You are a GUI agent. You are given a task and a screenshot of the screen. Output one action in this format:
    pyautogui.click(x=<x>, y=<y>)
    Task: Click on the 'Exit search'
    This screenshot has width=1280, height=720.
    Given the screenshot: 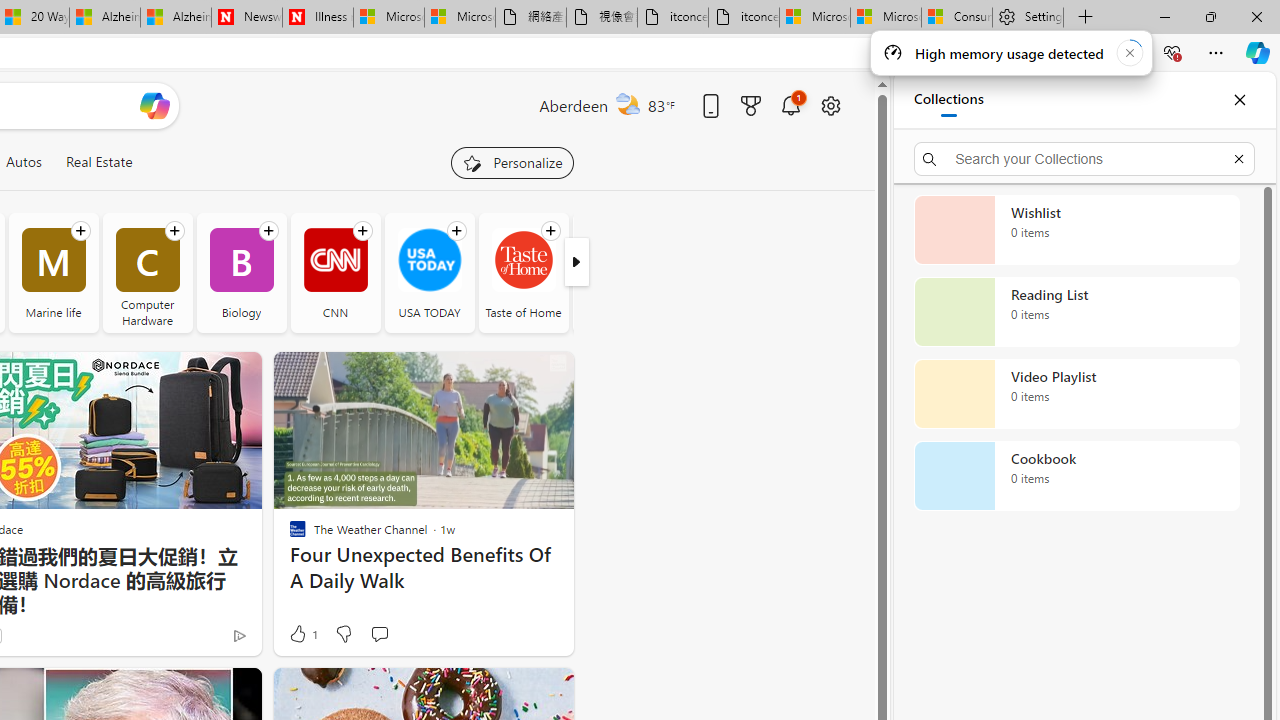 What is the action you would take?
    pyautogui.click(x=1238, y=158)
    